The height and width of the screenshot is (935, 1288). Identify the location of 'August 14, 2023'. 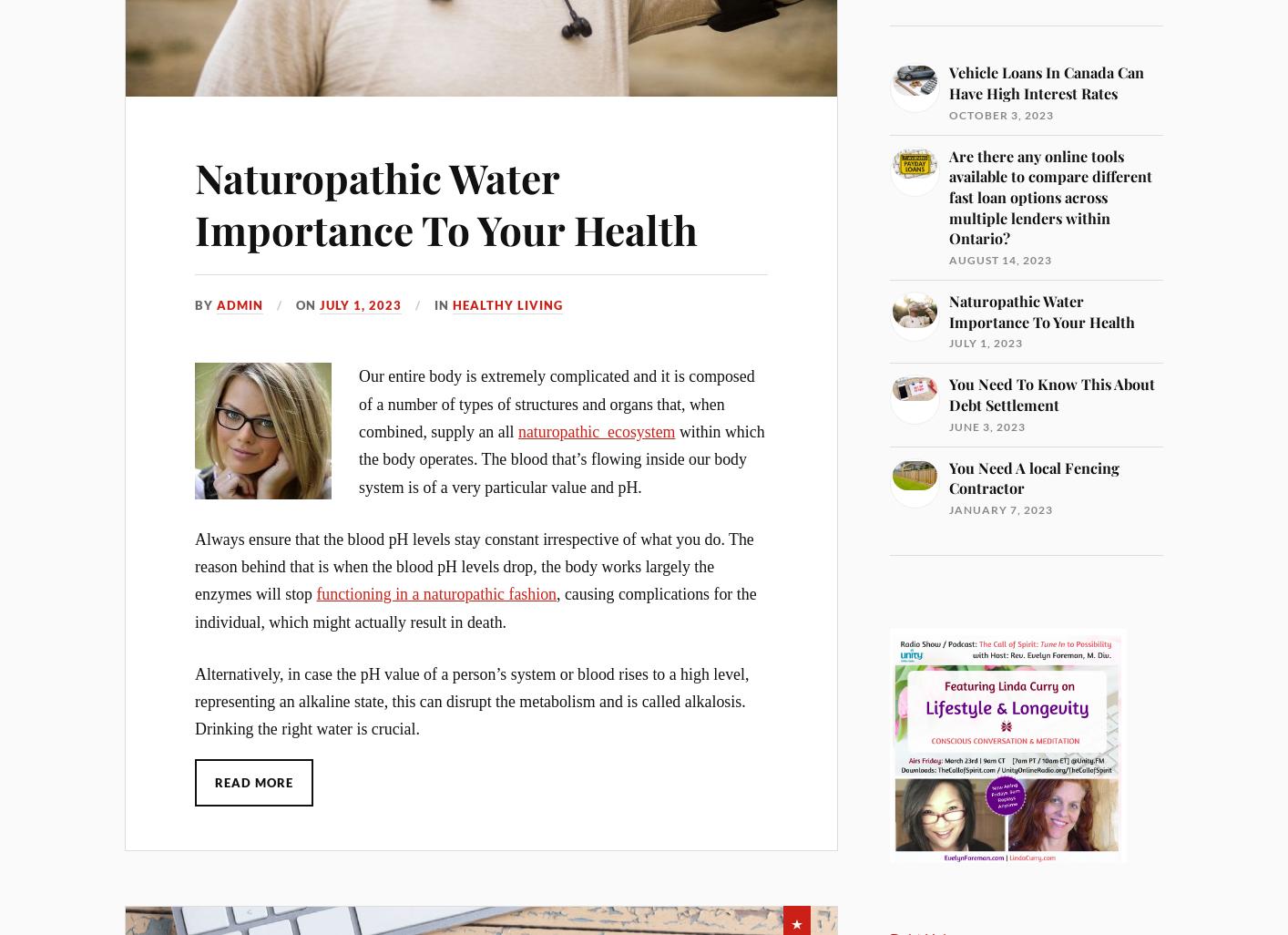
(1000, 258).